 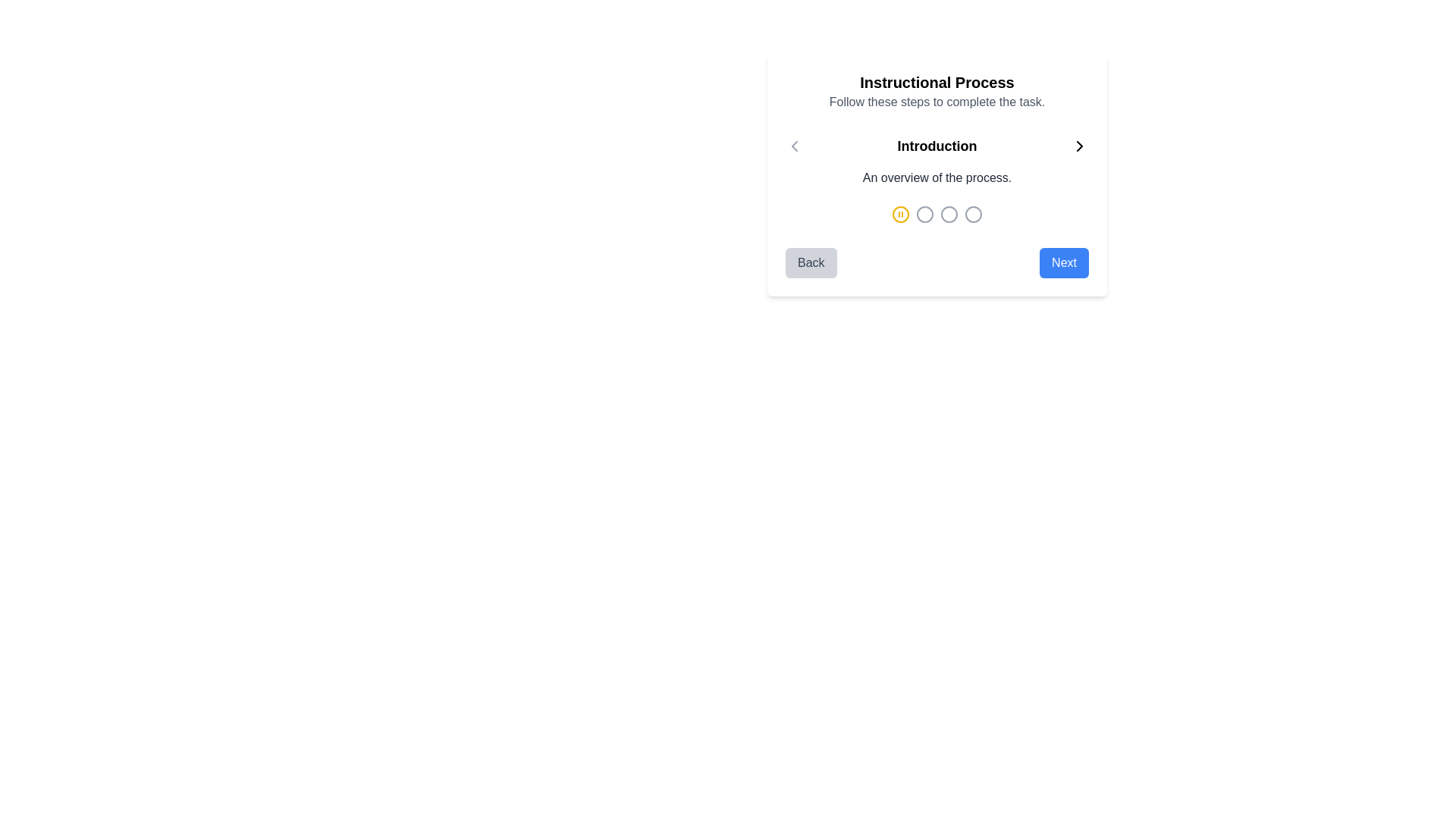 I want to click on the fourth Circle icon in the step indicator UI component, so click(x=973, y=214).